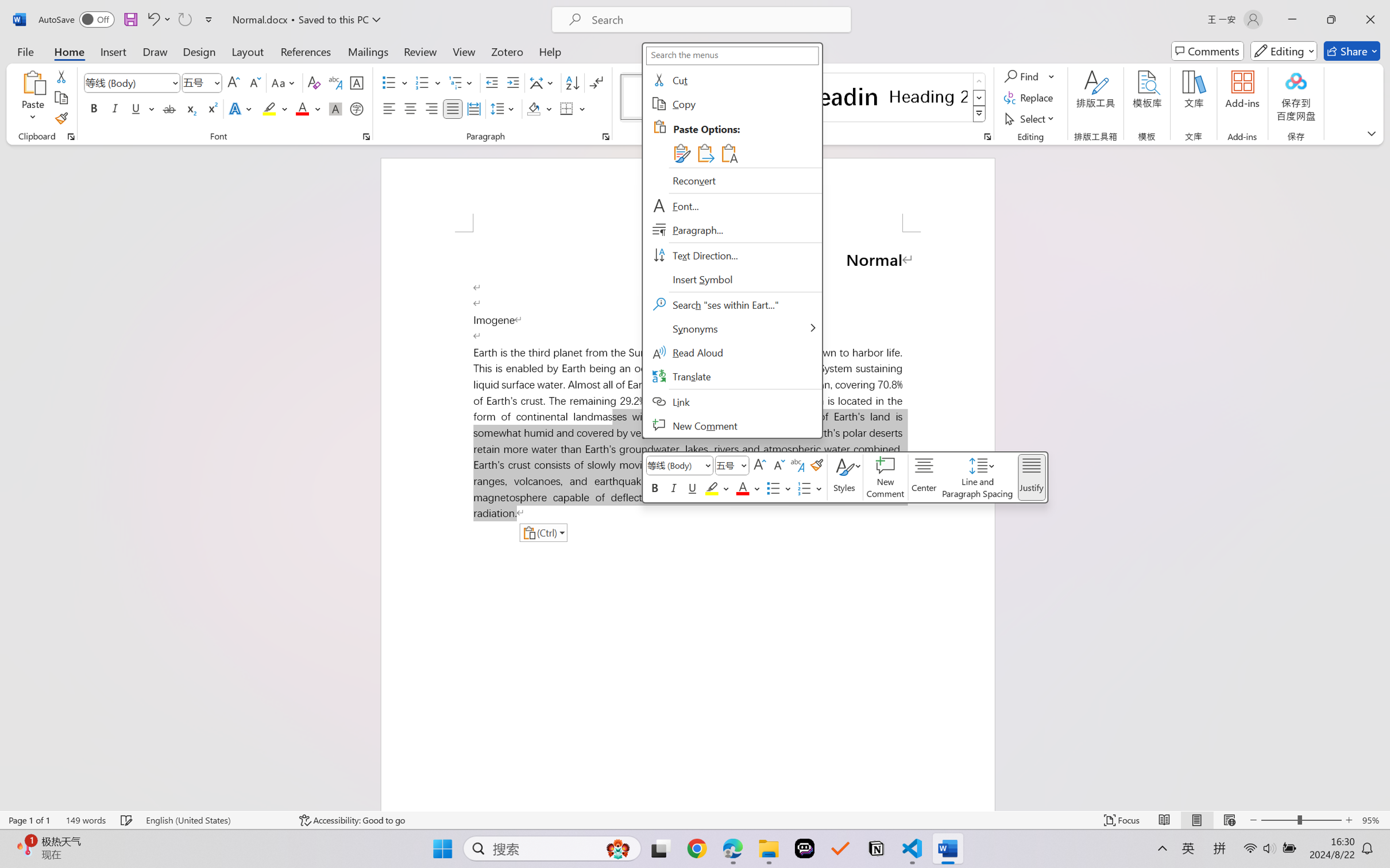 This screenshot has height=868, width=1390. I want to click on 'Zoom 95%', so click(1373, 820).